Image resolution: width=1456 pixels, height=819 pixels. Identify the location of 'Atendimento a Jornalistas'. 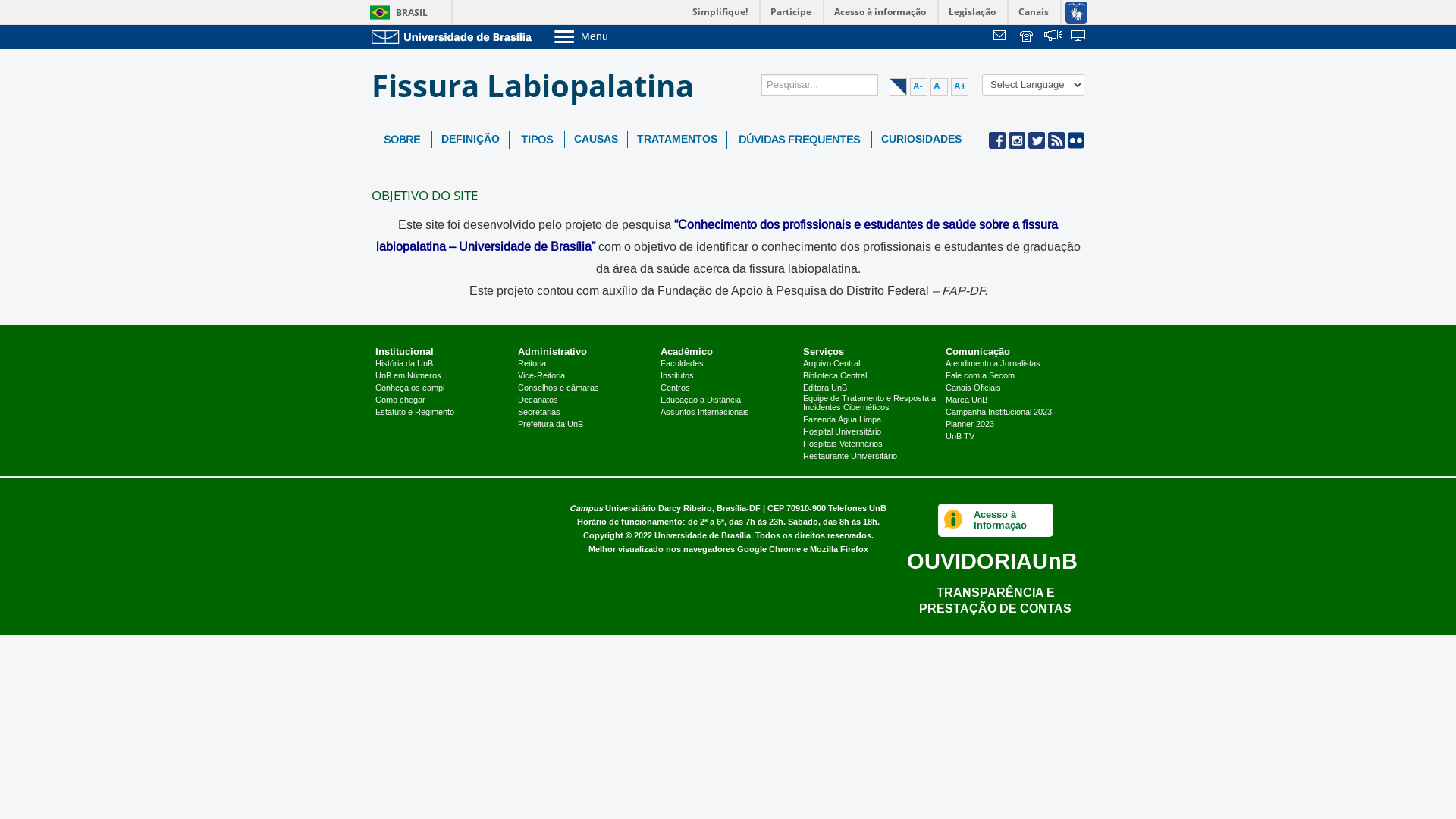
(993, 363).